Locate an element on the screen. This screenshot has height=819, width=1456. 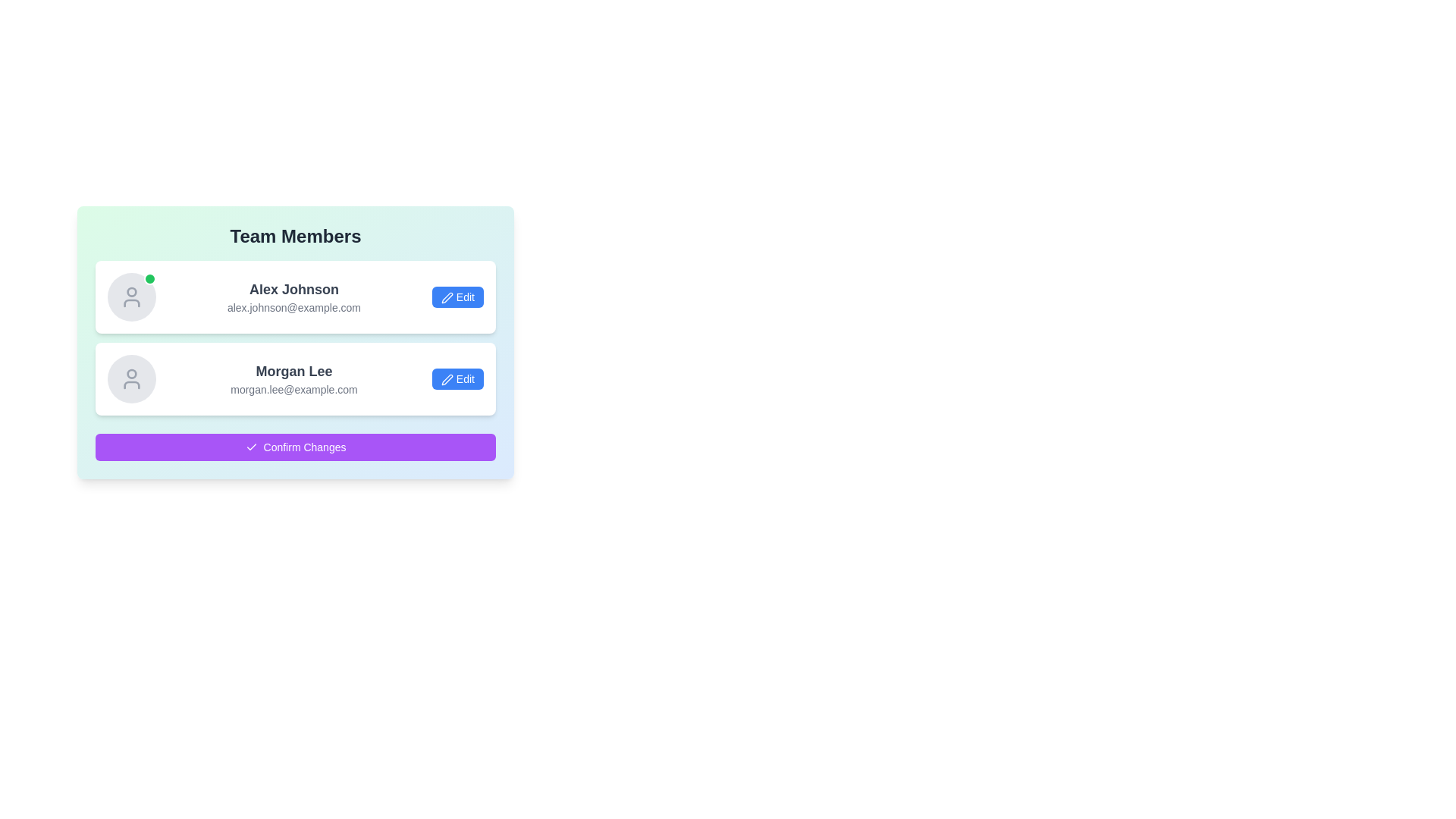
the text display block containing 'Morgan Lee' and 'morgan.lee@example.com' in the second user information card under the 'Team Members' section is located at coordinates (294, 378).